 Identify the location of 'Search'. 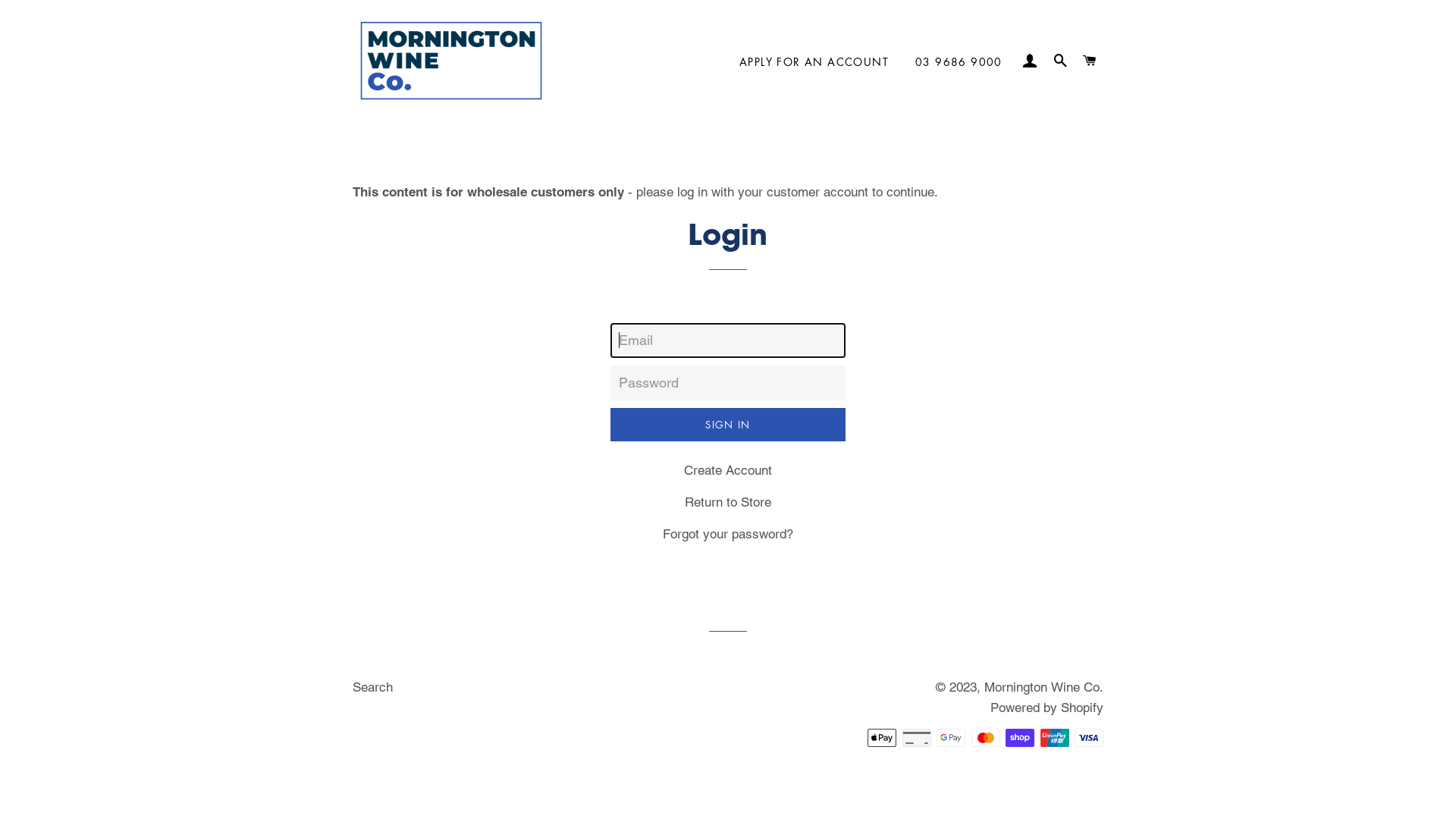
(372, 687).